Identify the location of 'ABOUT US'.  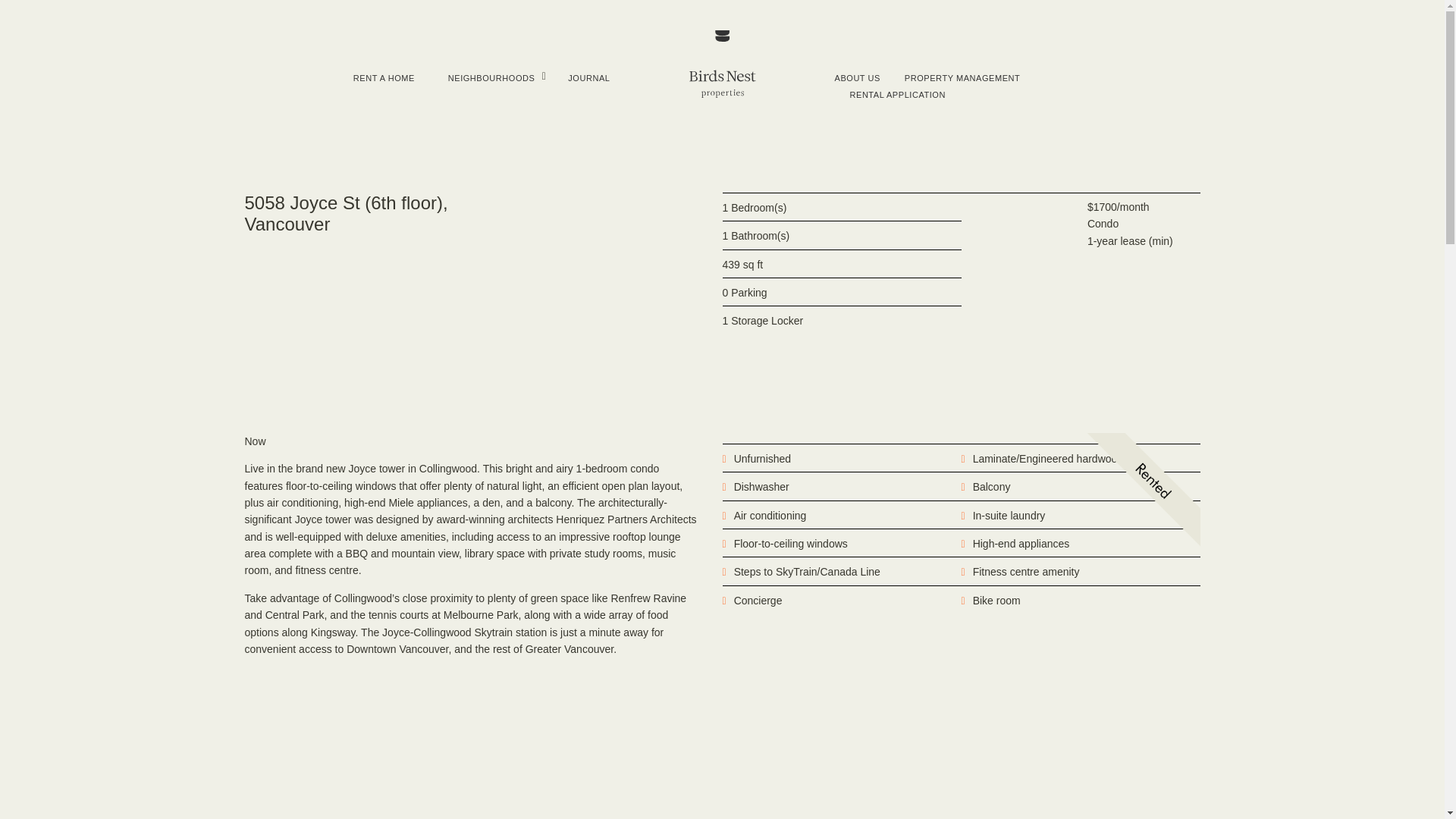
(856, 78).